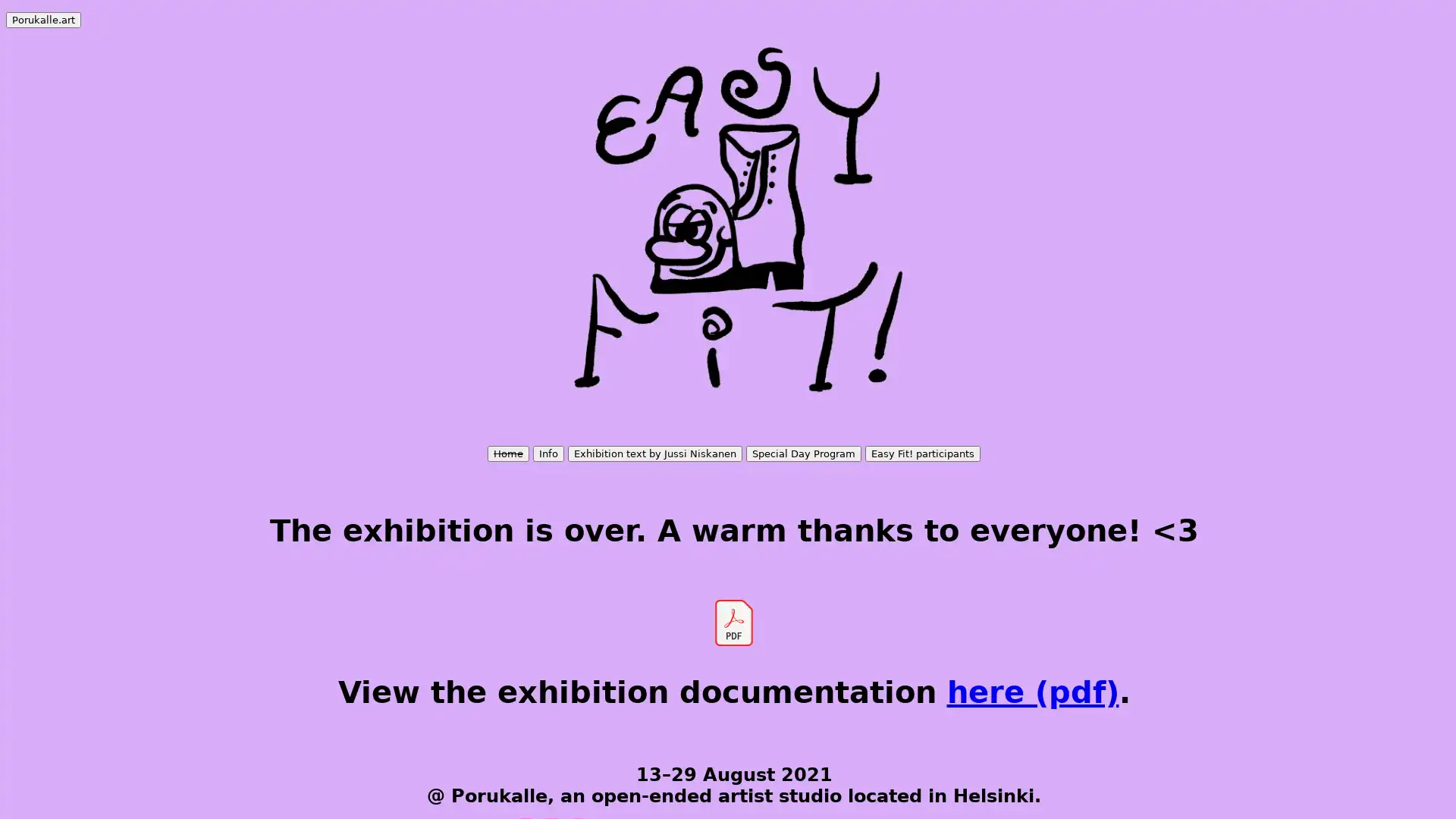 The width and height of the screenshot is (1456, 819). Describe the element at coordinates (508, 453) in the screenshot. I see `Home` at that location.